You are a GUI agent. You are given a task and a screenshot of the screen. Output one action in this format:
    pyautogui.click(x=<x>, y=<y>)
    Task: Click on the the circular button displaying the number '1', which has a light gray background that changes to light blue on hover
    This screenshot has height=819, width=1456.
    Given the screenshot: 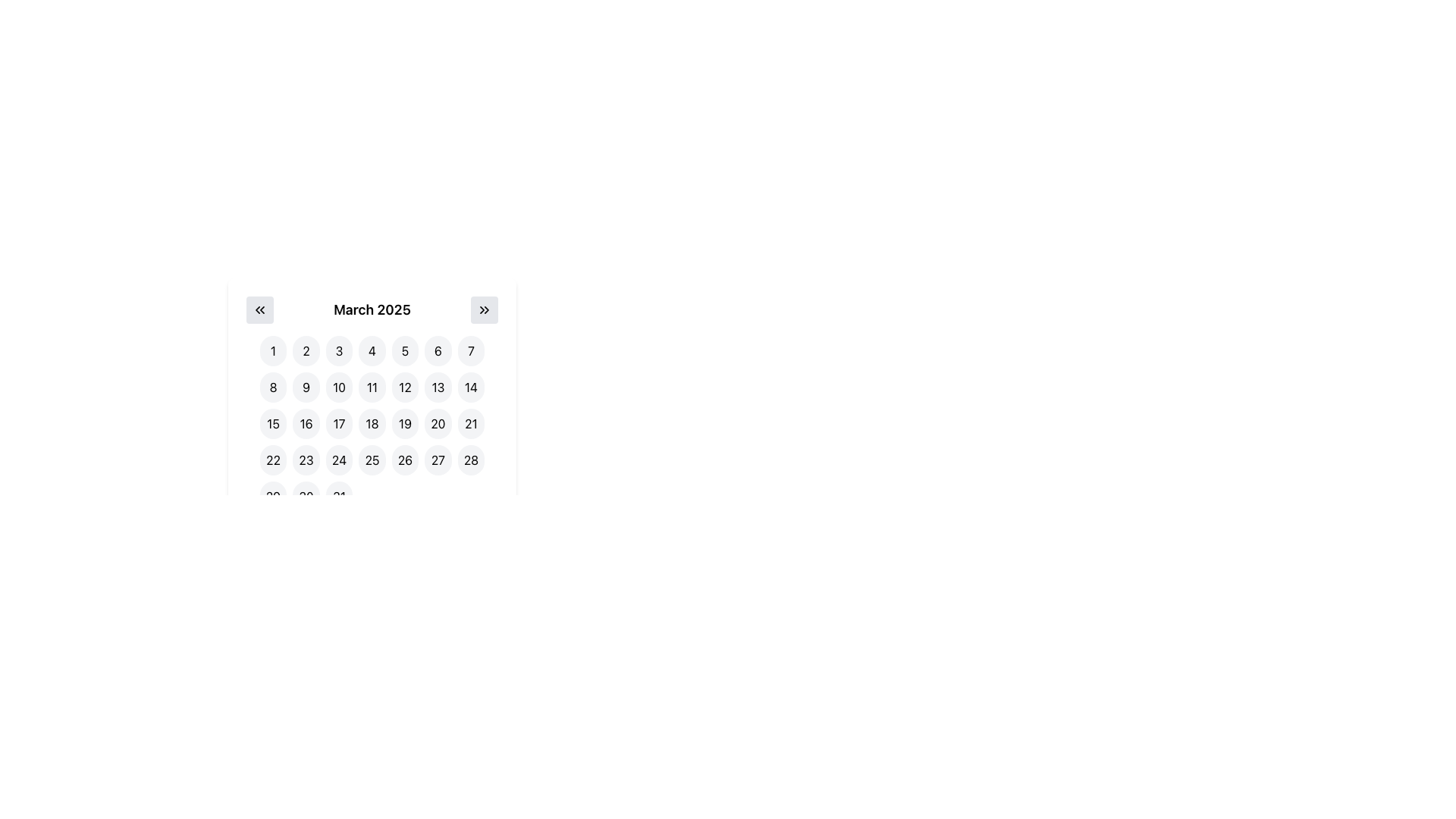 What is the action you would take?
    pyautogui.click(x=273, y=350)
    